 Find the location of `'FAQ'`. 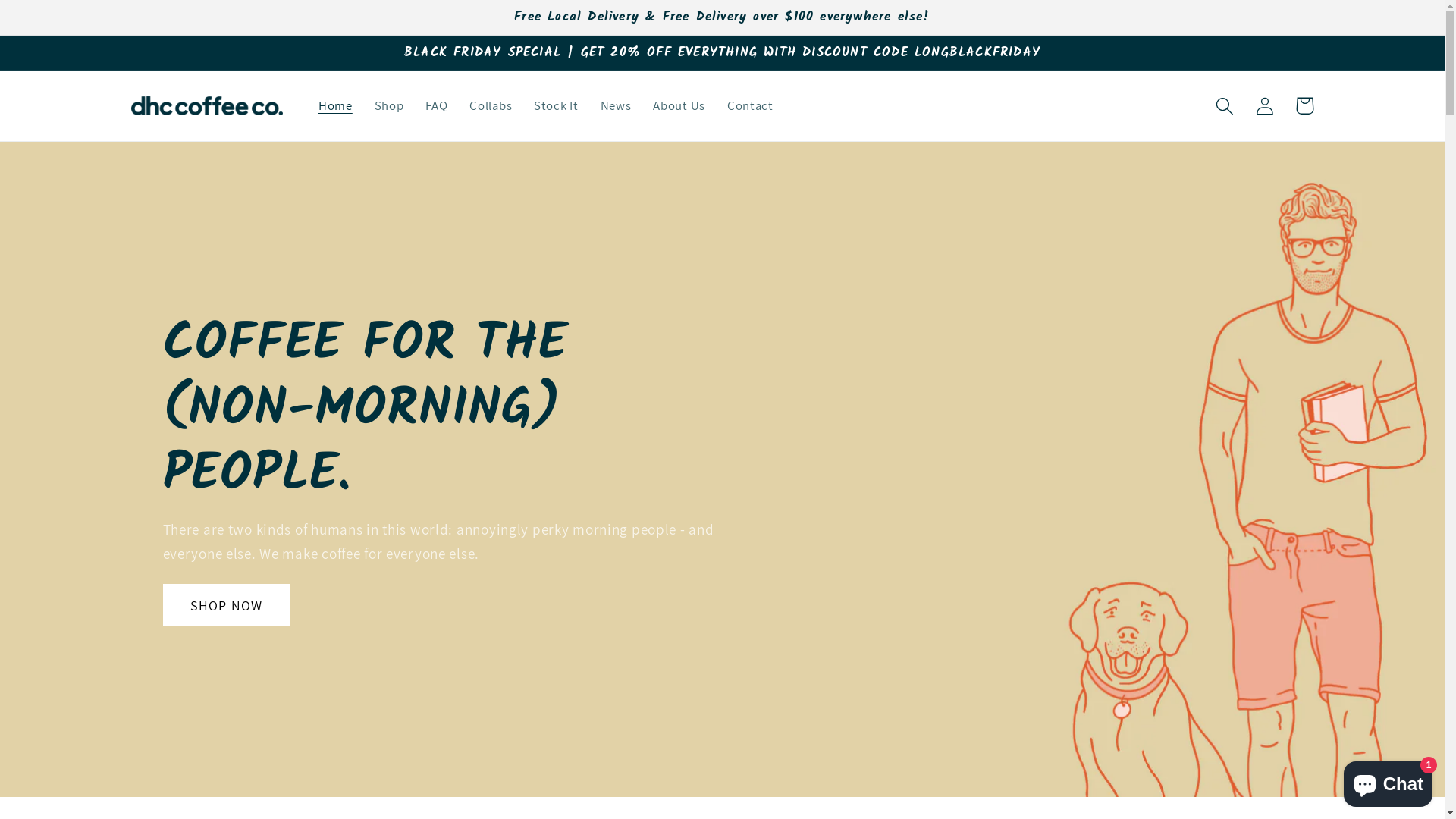

'FAQ' is located at coordinates (436, 105).